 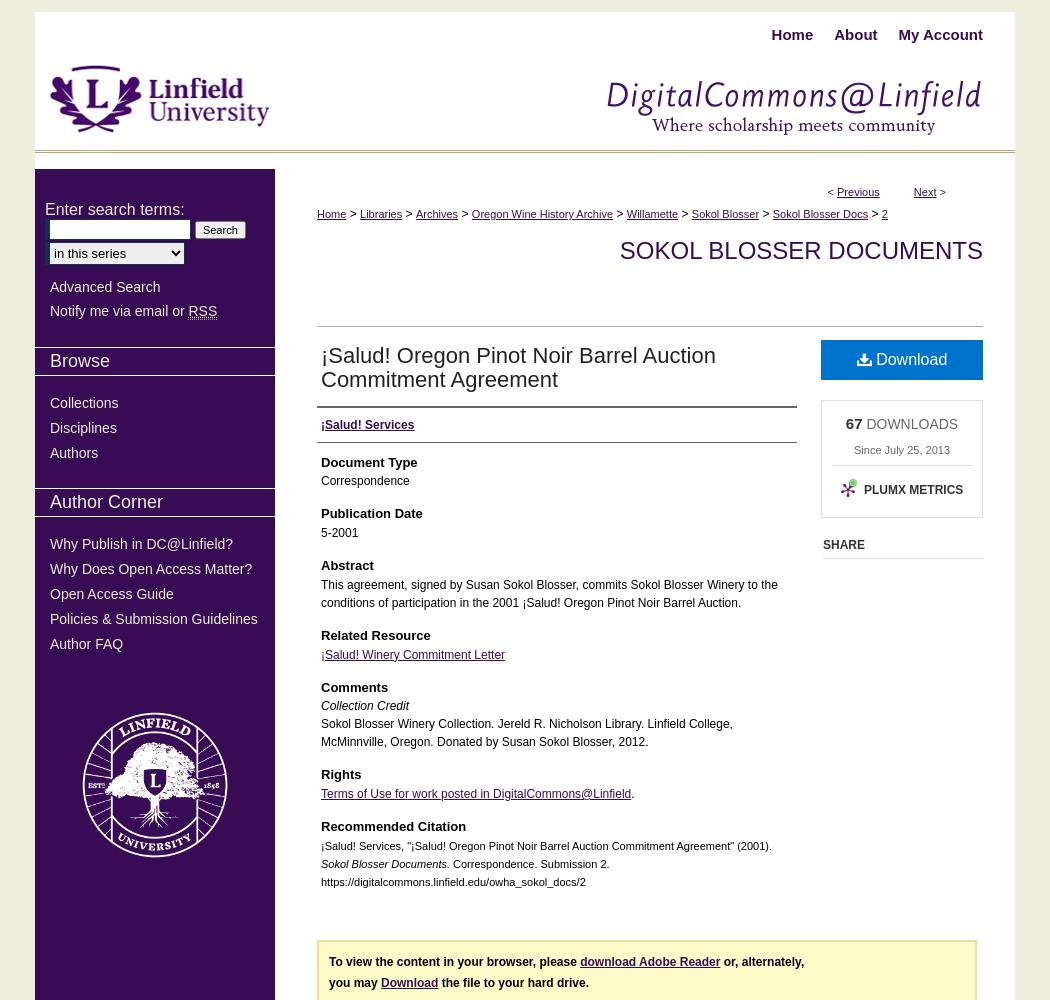 I want to click on 'DOWNLOADS', so click(x=910, y=423).